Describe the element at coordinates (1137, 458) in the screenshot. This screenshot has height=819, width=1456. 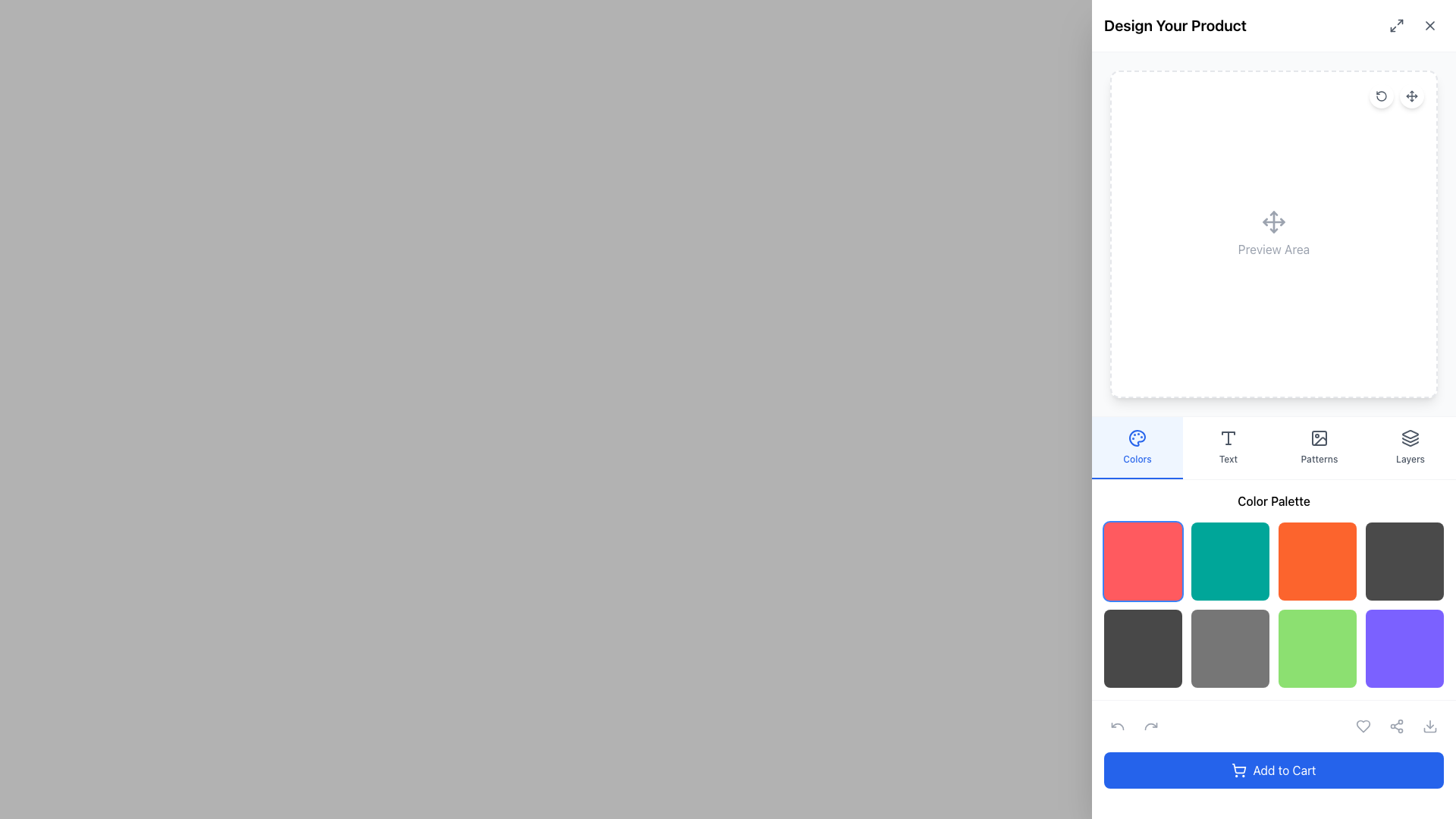
I see `the text label displaying 'Colors' which is styled in a small medium-weight font and vibrant blue color, located in a light blue background, positioned below the color palette icon` at that location.